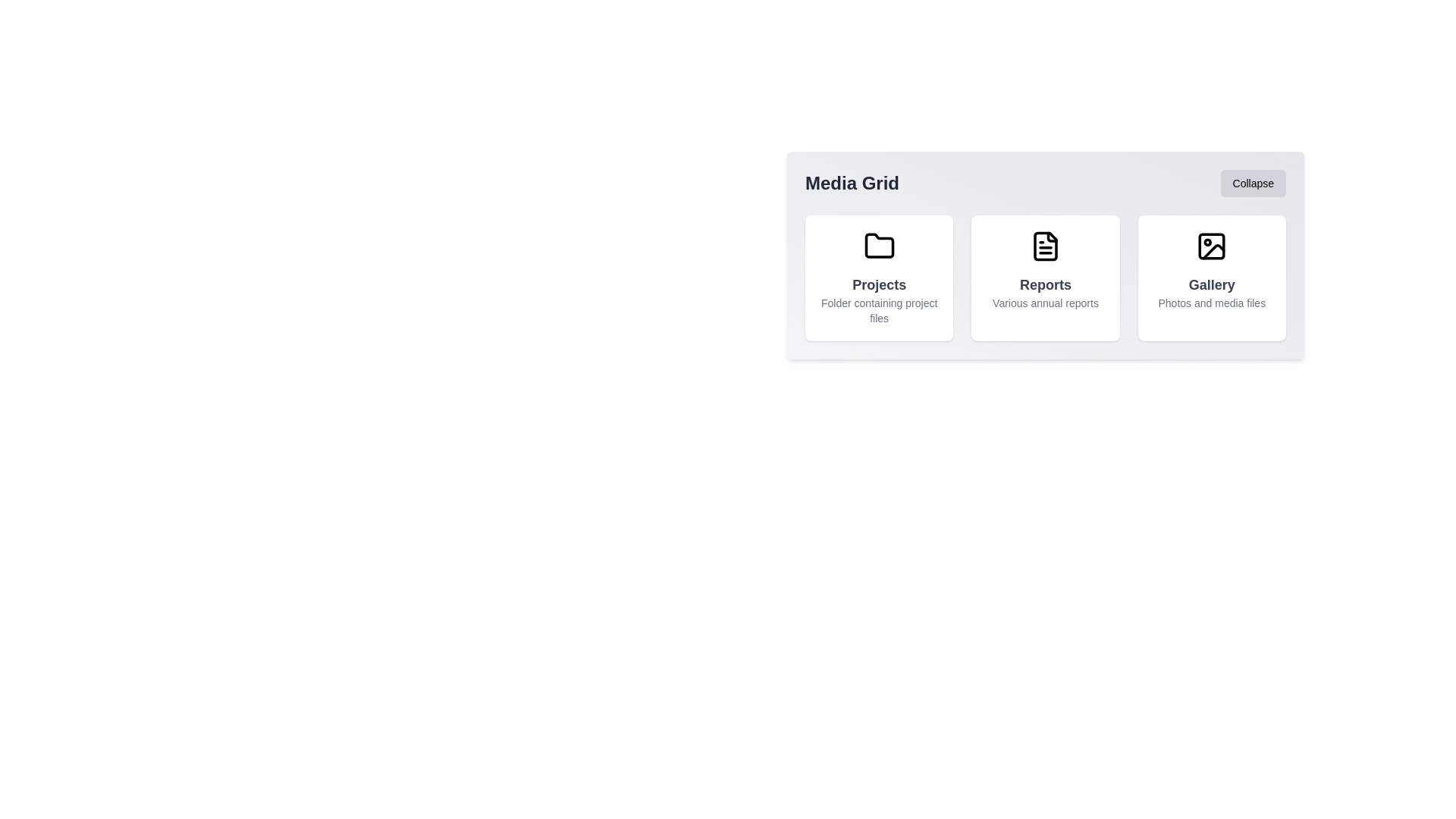 The image size is (1456, 819). I want to click on the grid item Projects, so click(879, 278).